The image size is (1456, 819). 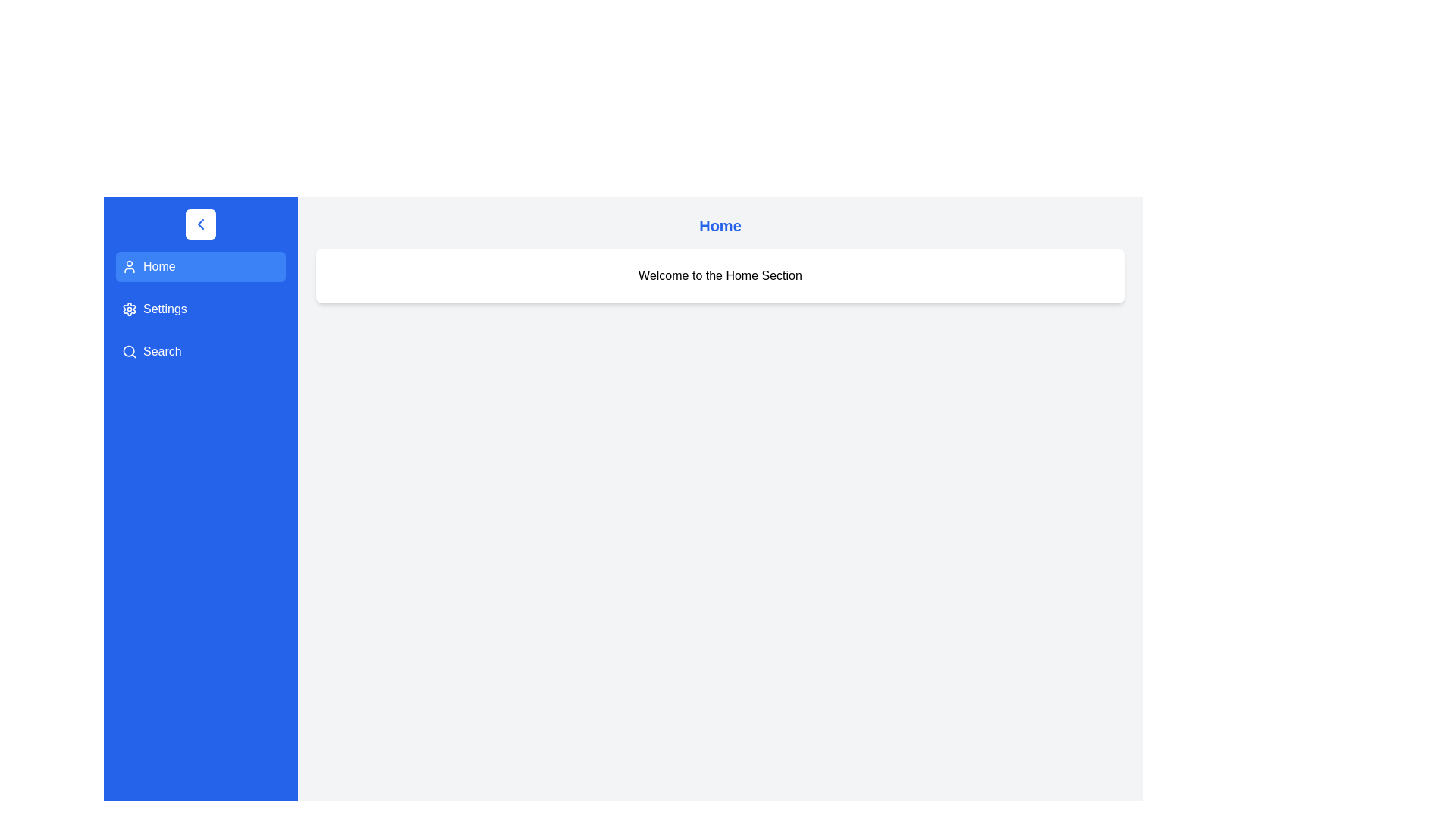 What do you see at coordinates (720, 225) in the screenshot?
I see `the header text to inspect or interact with it` at bounding box center [720, 225].